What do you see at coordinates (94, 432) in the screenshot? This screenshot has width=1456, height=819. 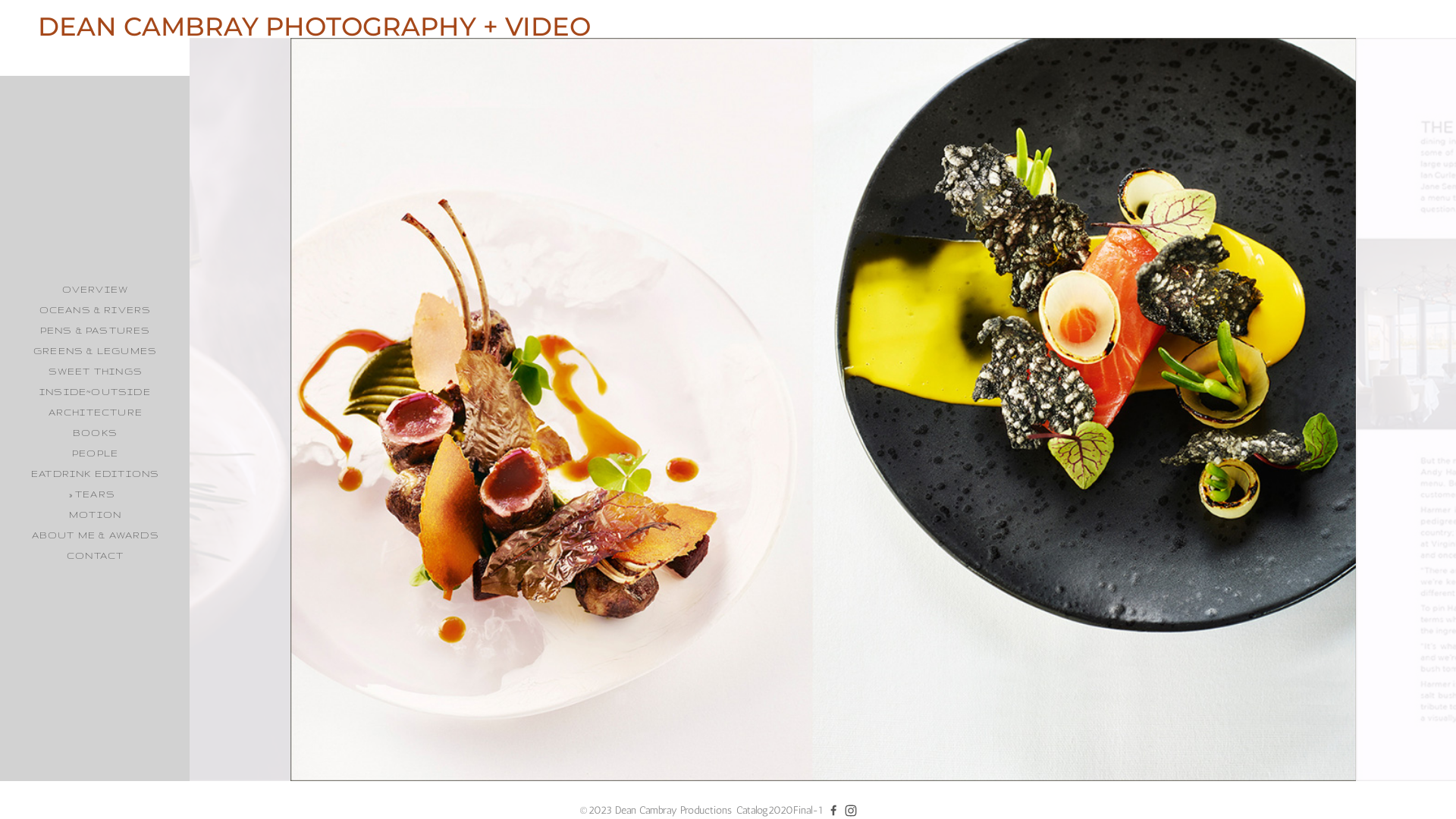 I see `'BOOKS'` at bounding box center [94, 432].